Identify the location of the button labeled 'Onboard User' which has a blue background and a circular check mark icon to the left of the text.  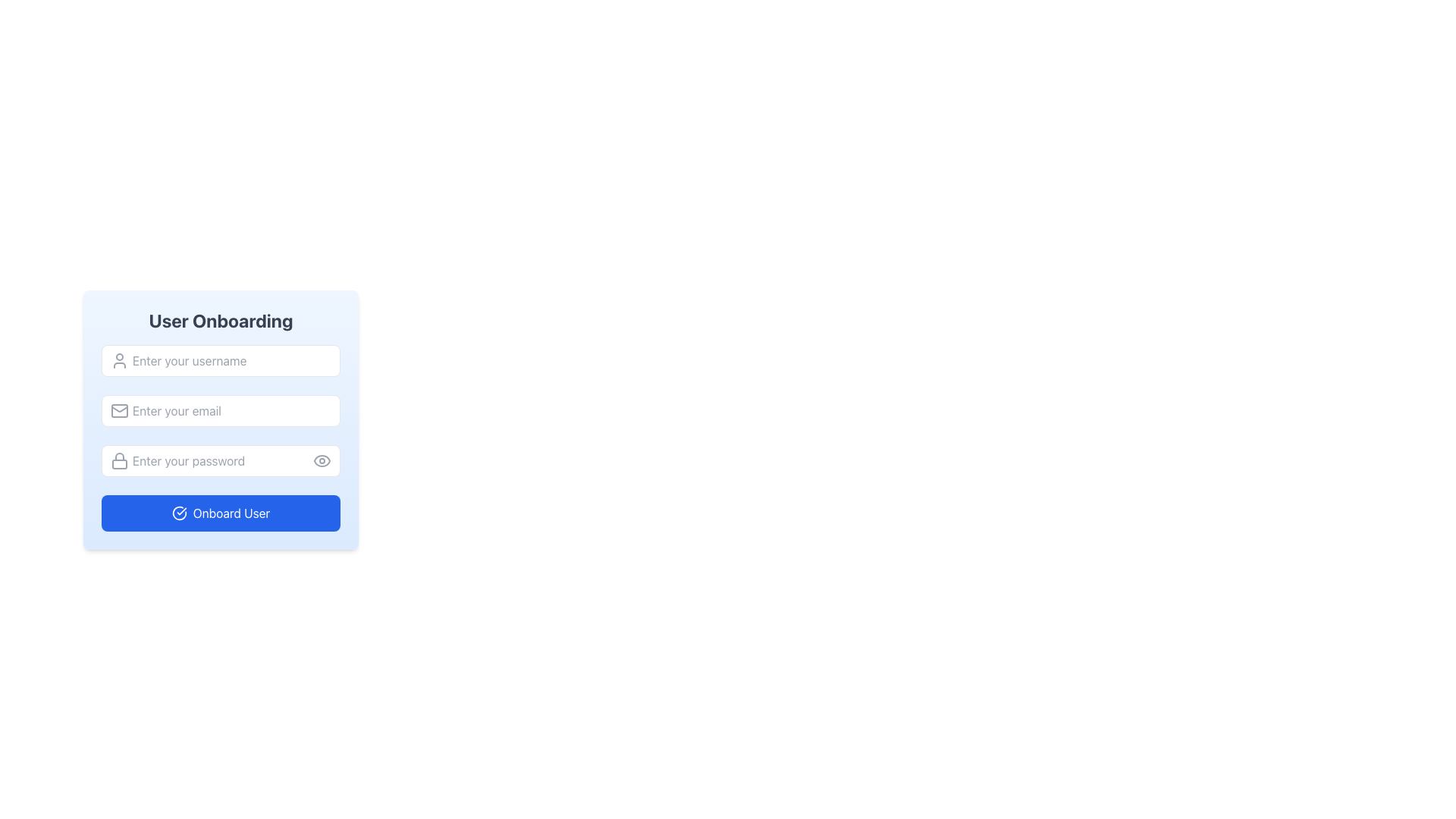
(220, 513).